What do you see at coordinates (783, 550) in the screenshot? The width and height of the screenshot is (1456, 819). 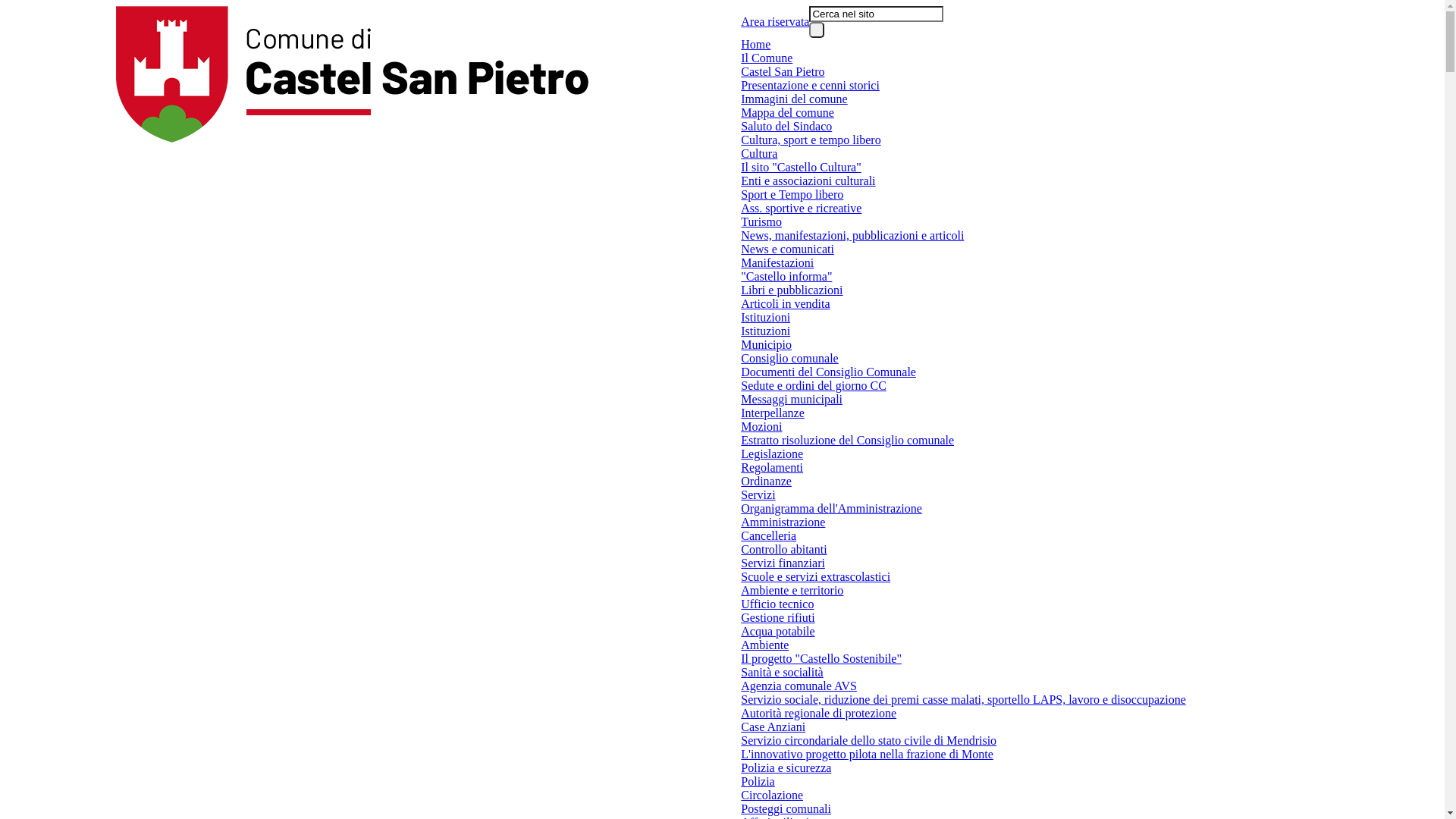 I see `'Controllo abitanti'` at bounding box center [783, 550].